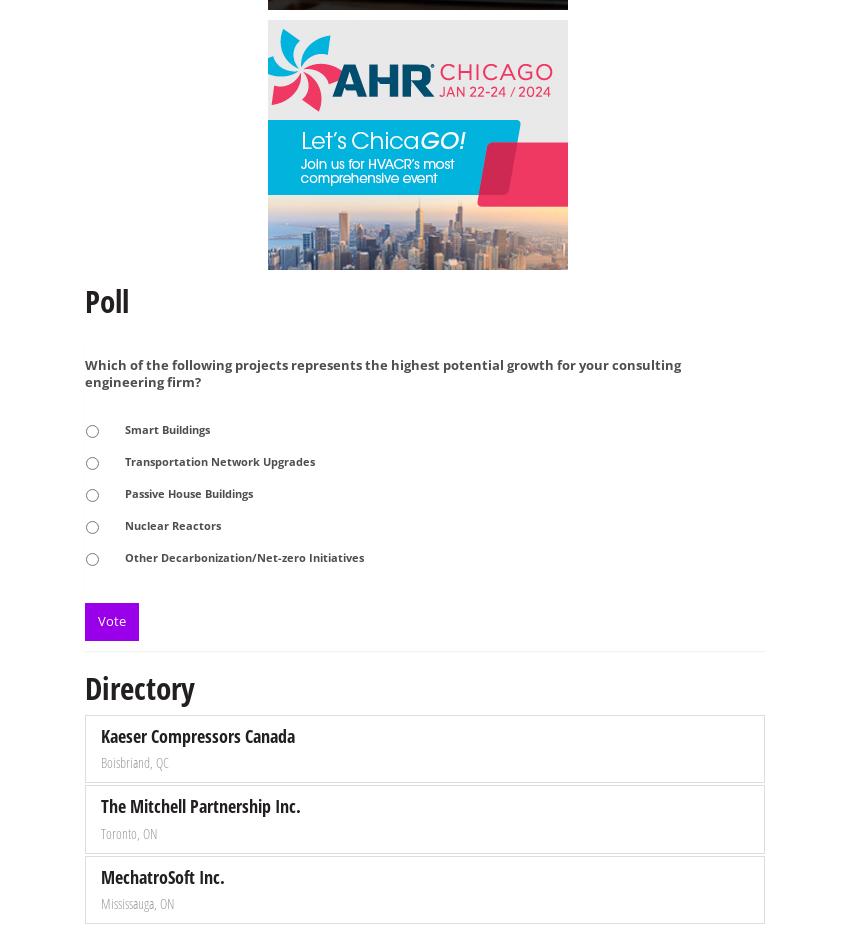 The height and width of the screenshot is (948, 865). What do you see at coordinates (166, 428) in the screenshot?
I see `'Smart Buildings'` at bounding box center [166, 428].